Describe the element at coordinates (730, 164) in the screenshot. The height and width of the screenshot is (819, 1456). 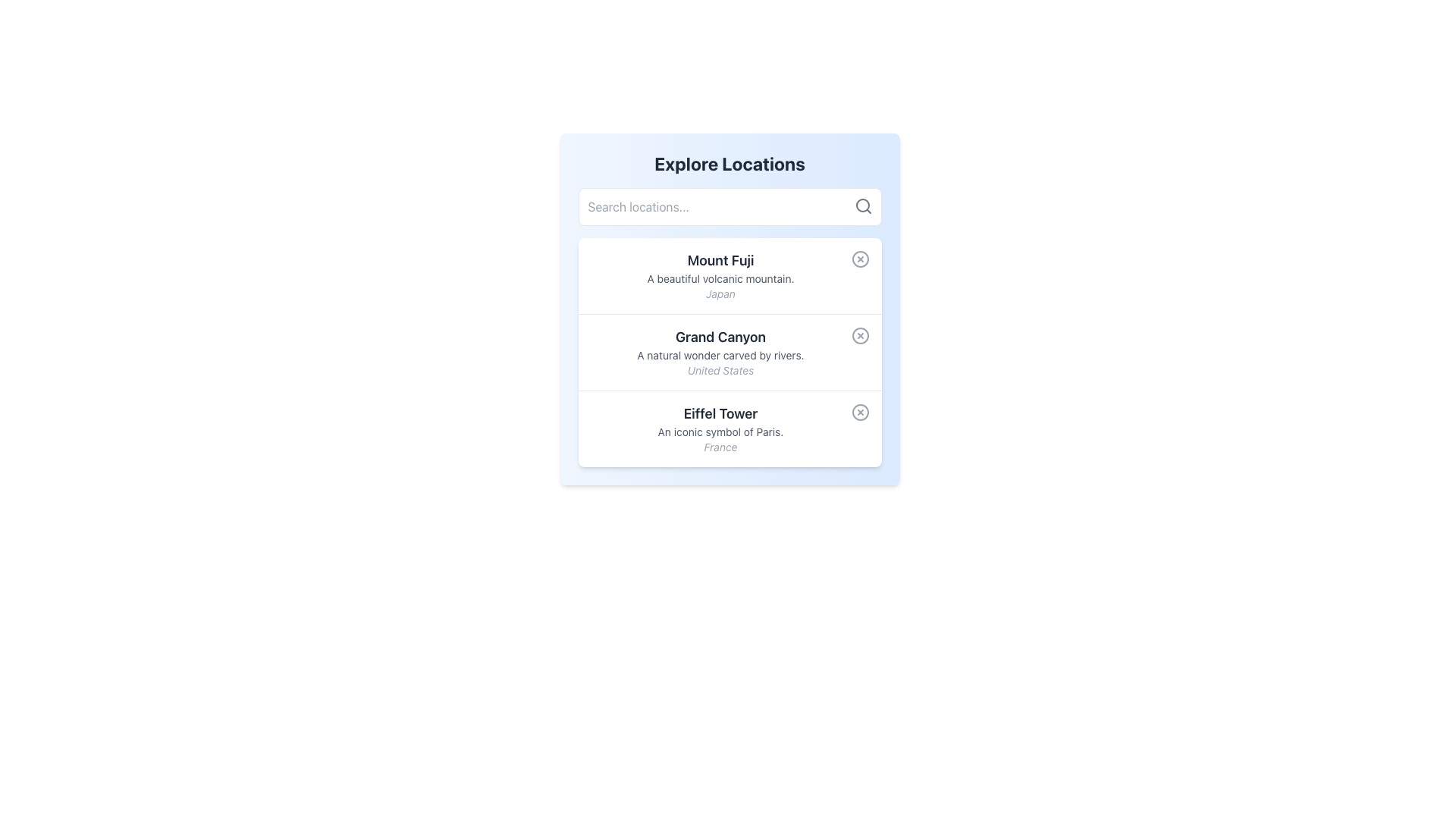
I see `the bold, large-sized text label that says 'Explore Locations', which is positioned at the top-center of the card interface` at that location.